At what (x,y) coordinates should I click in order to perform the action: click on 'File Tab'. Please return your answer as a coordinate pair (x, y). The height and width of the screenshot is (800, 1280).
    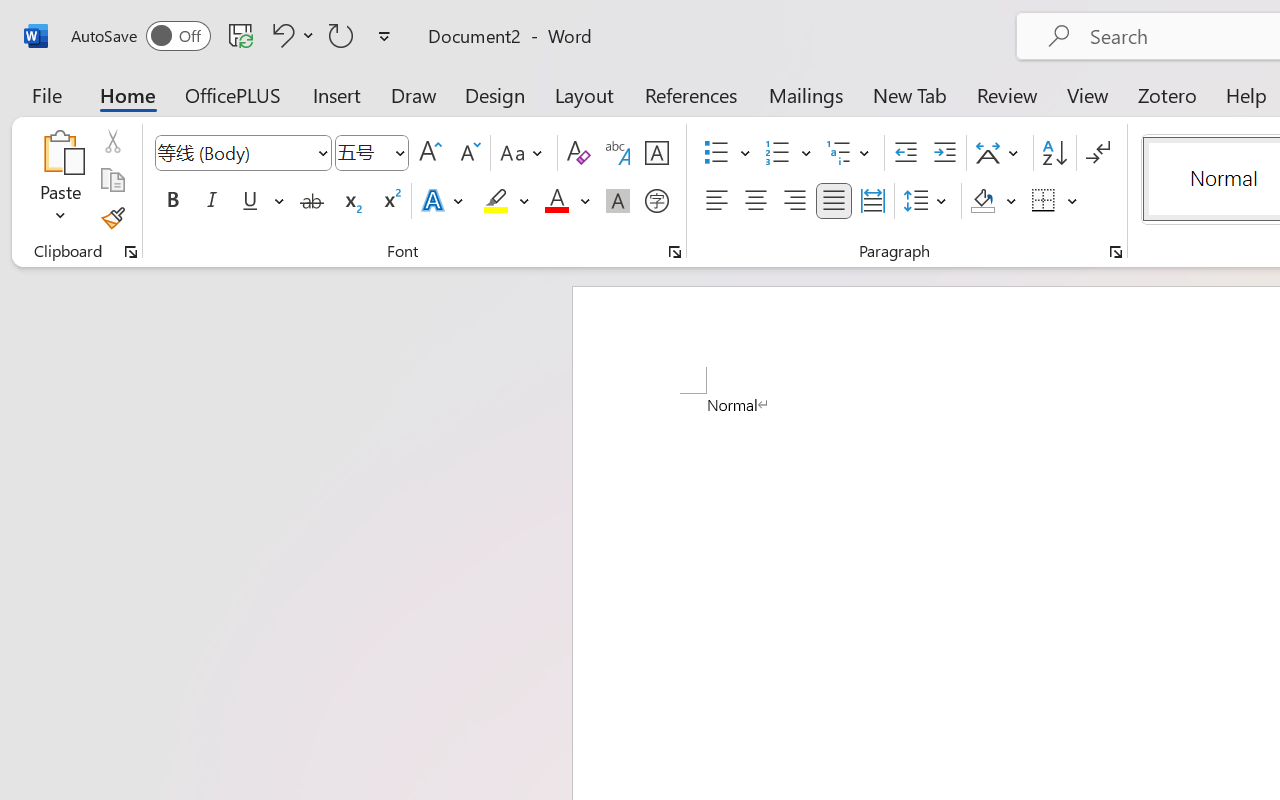
    Looking at the image, I should click on (46, 94).